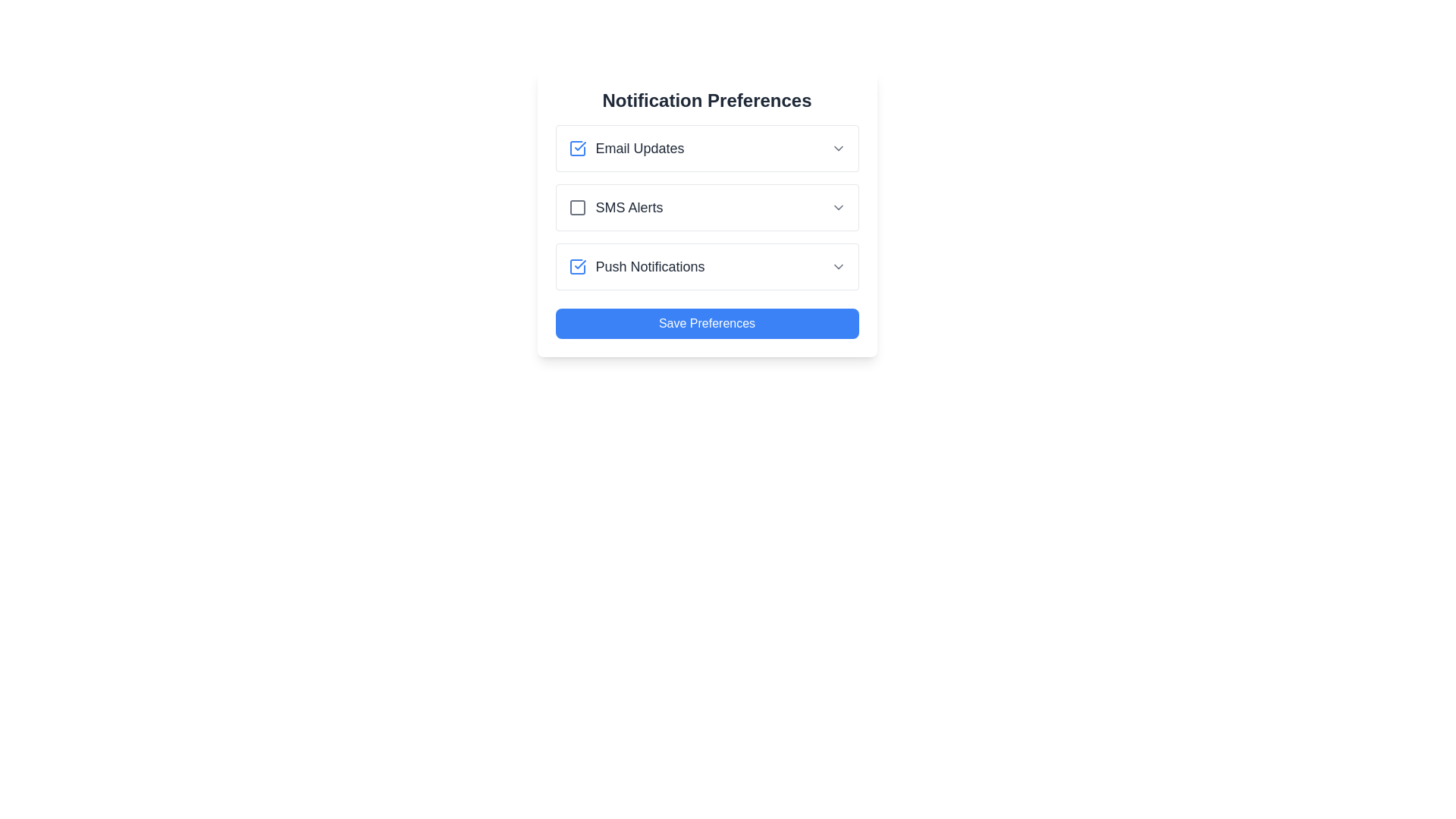 The image size is (1456, 819). What do you see at coordinates (650, 265) in the screenshot?
I see `the Text label for 'Push Notifications', which is positioned horizontally between a checkbox and a dropdown button in the third row of notification preferences` at bounding box center [650, 265].